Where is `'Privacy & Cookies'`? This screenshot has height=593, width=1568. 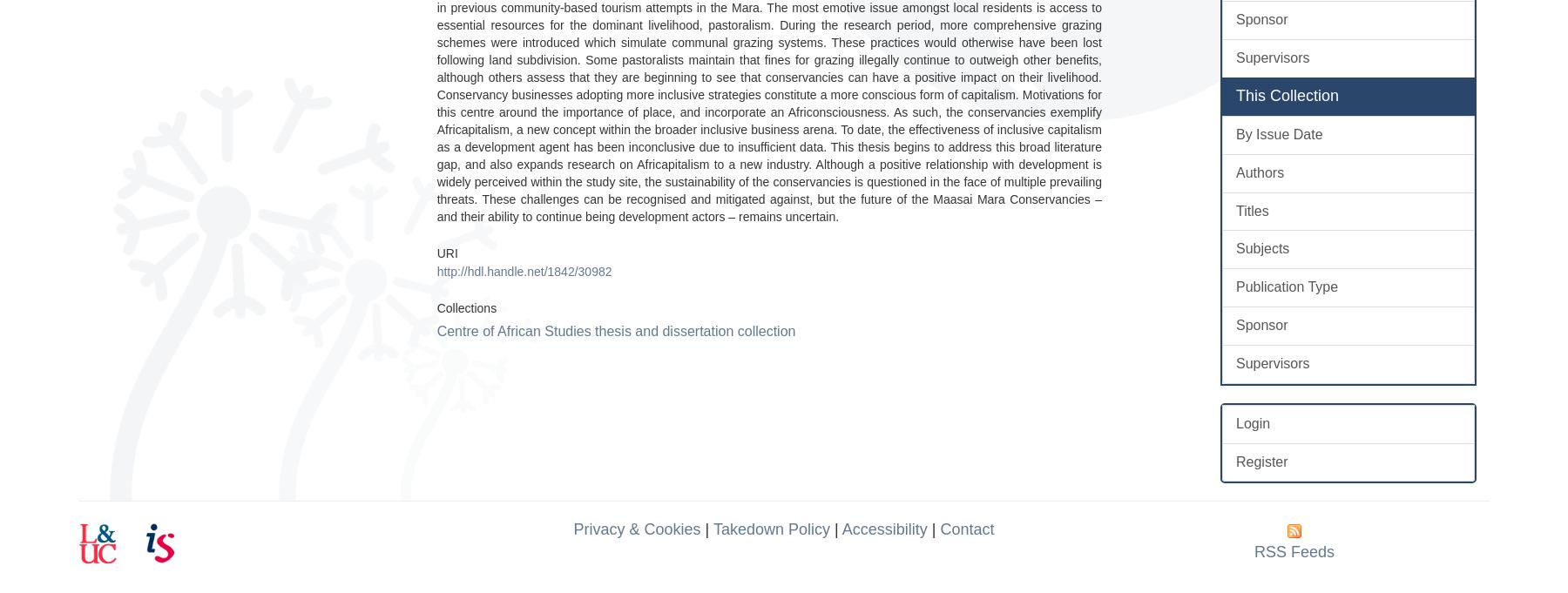 'Privacy & Cookies' is located at coordinates (635, 528).